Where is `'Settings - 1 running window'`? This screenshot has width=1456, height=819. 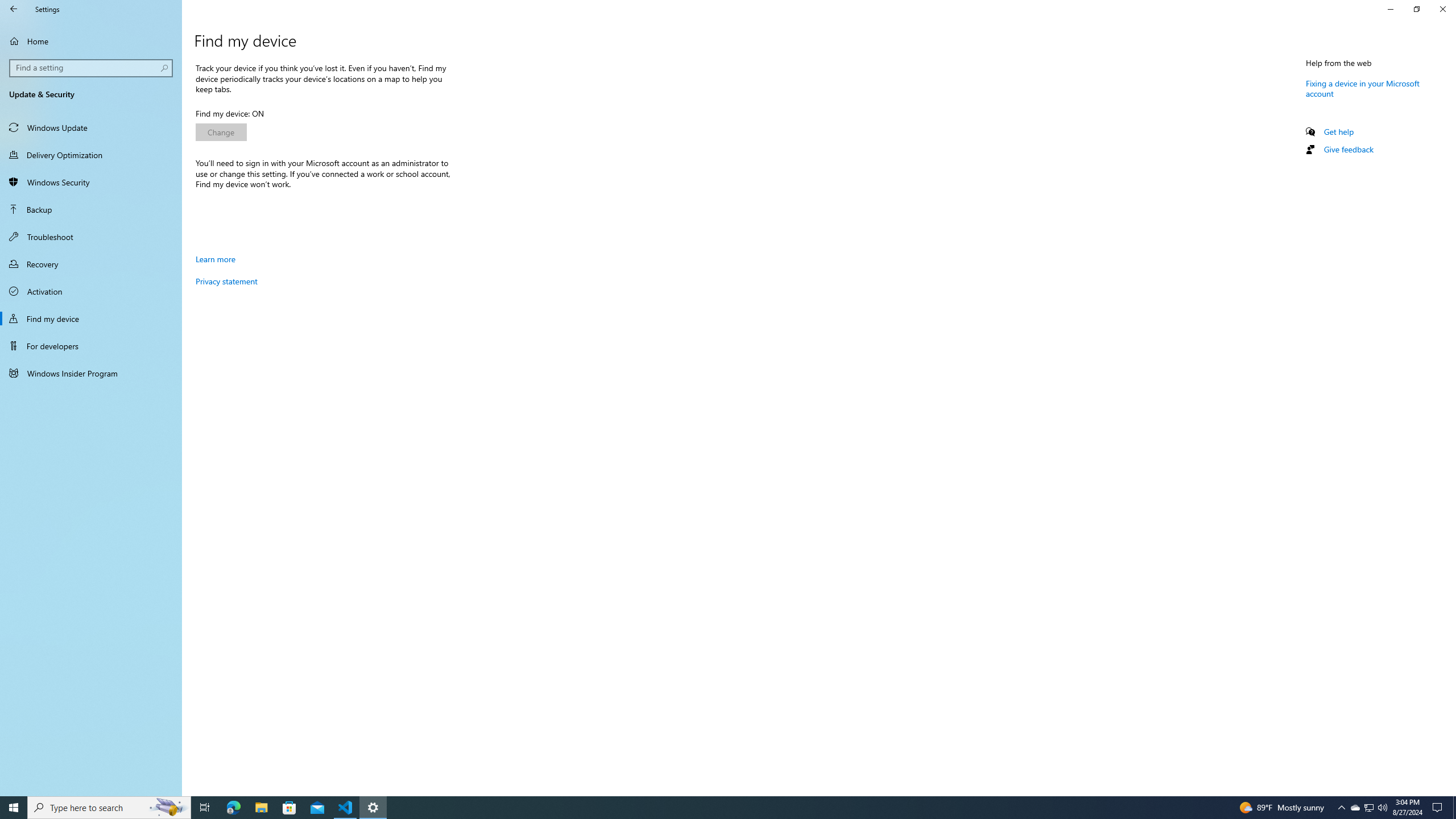 'Settings - 1 running window' is located at coordinates (373, 806).